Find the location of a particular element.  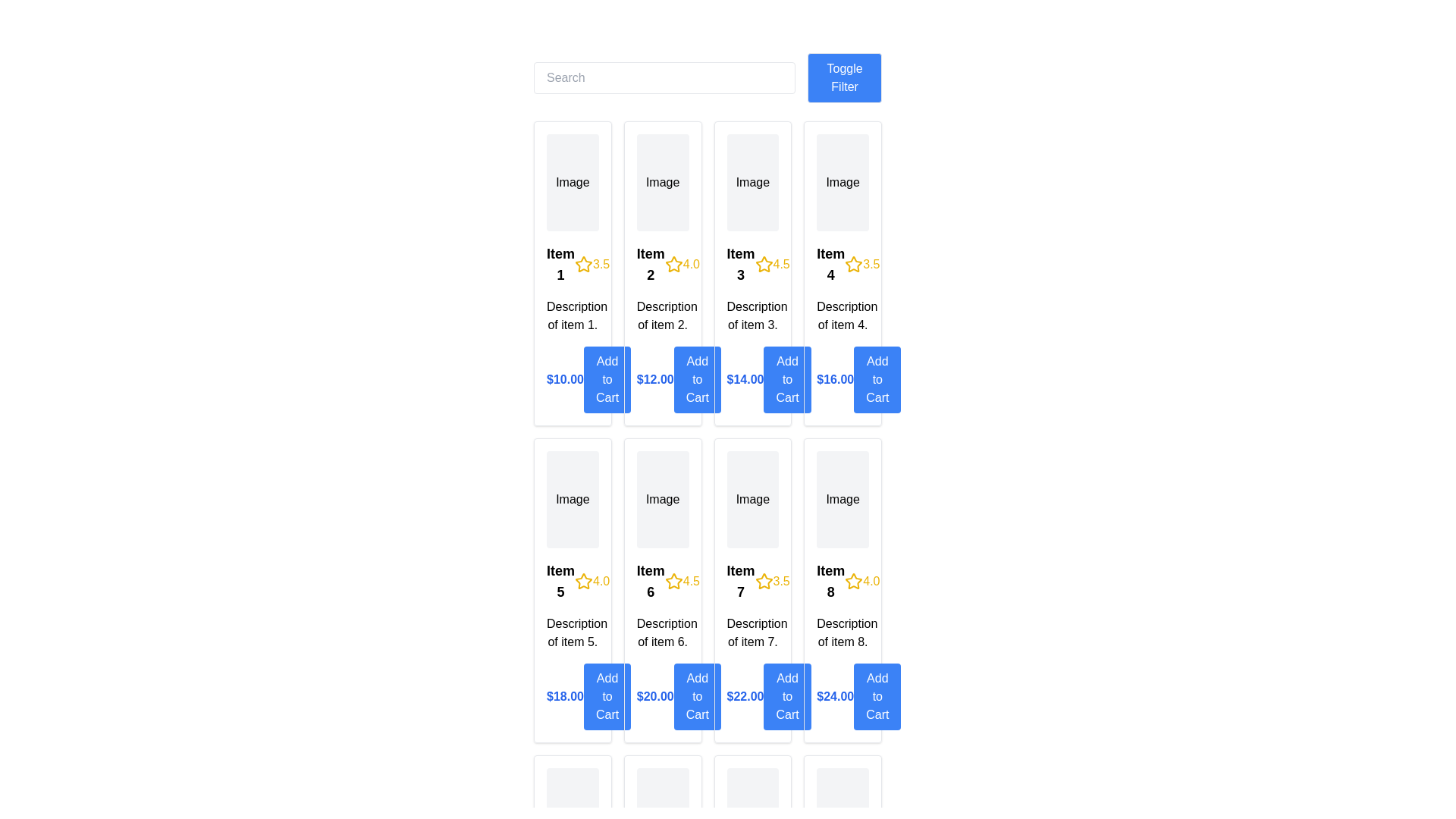

text of the label that identifies the associated item in the grid, located in the rightmost column, fourth row, under the image placeholder is located at coordinates (830, 581).